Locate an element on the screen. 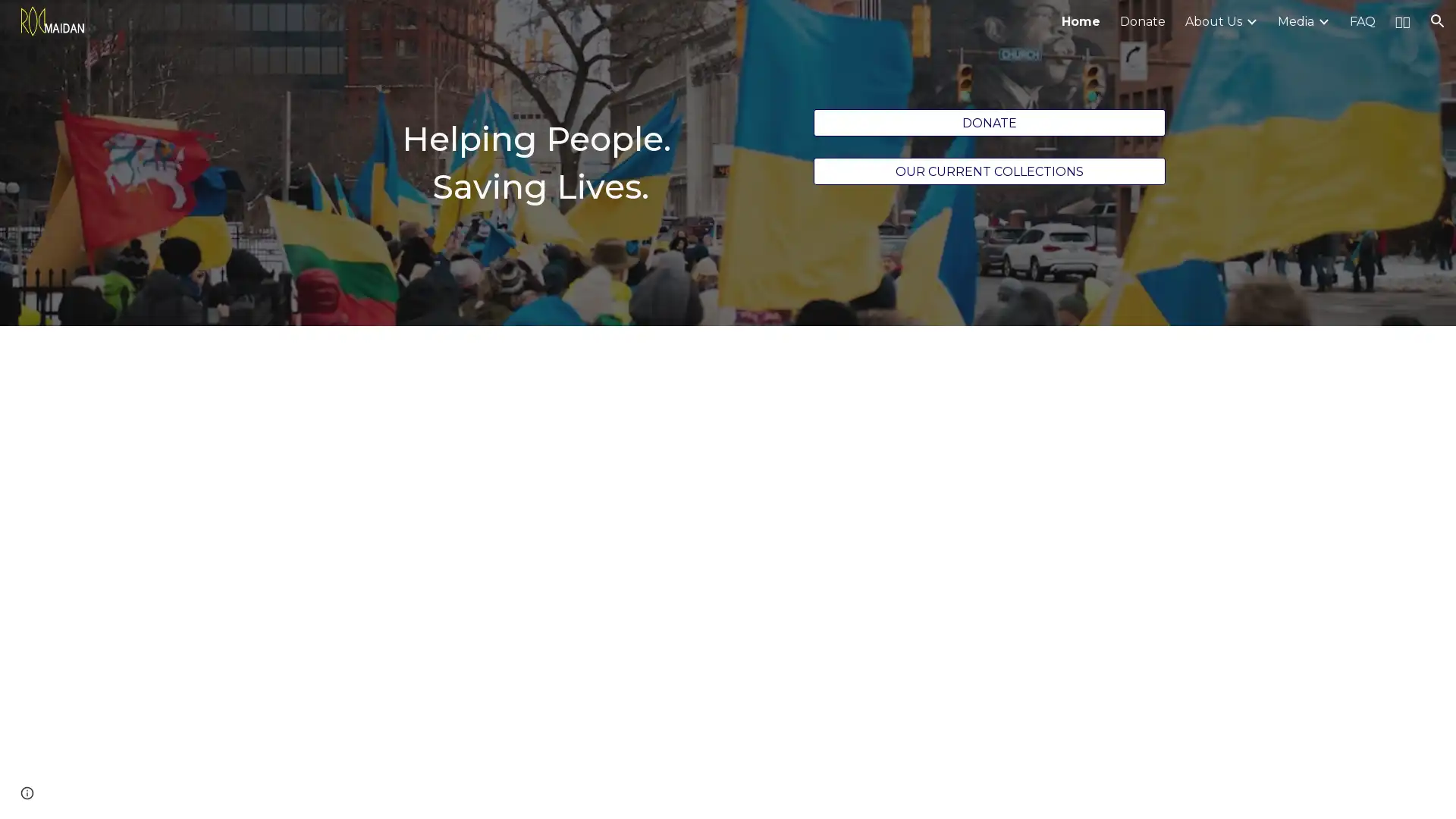 The image size is (1456, 819). Google Sites is located at coordinates (117, 792).